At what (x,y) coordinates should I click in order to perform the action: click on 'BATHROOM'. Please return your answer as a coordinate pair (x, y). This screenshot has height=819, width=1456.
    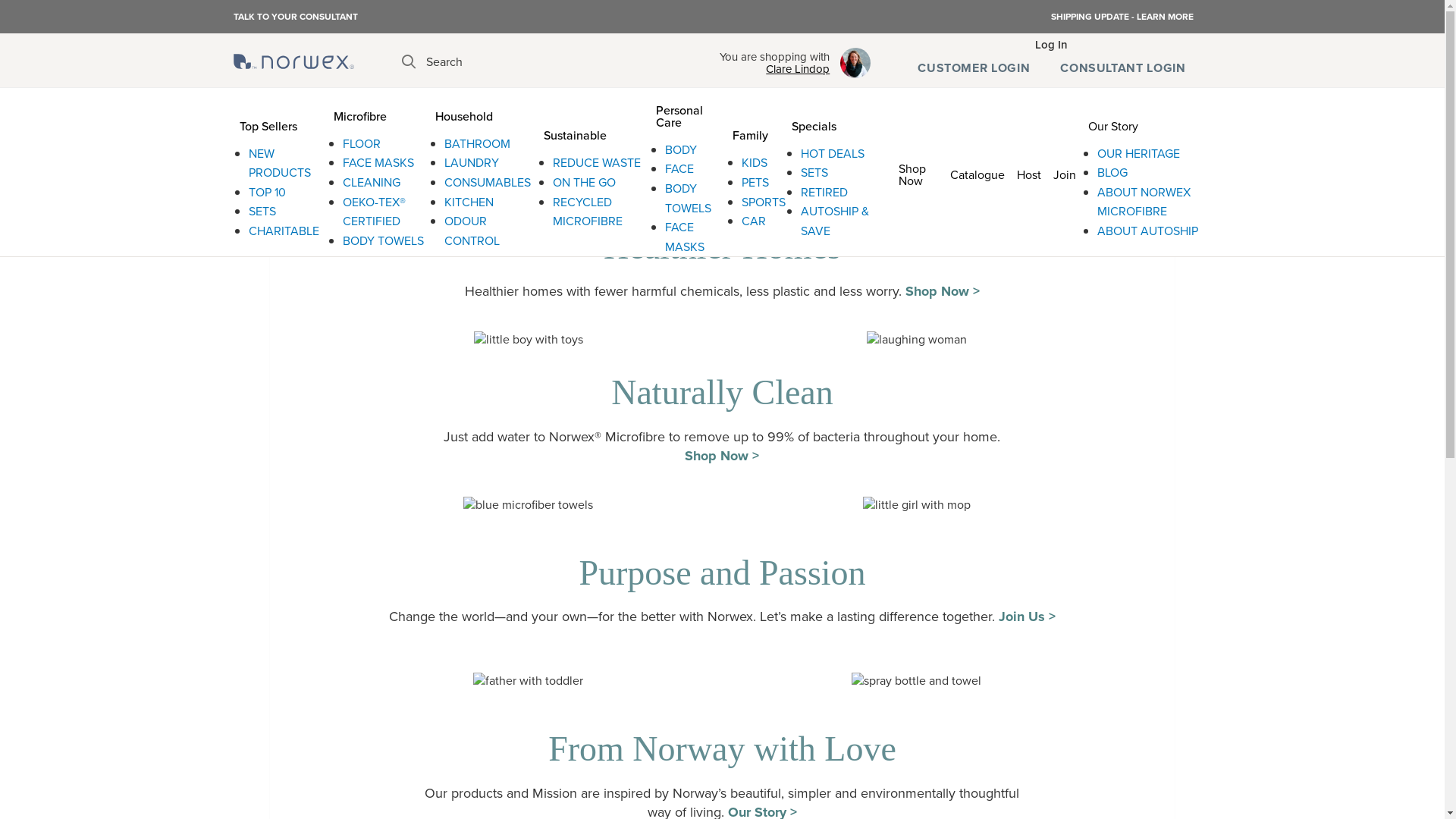
    Looking at the image, I should click on (443, 143).